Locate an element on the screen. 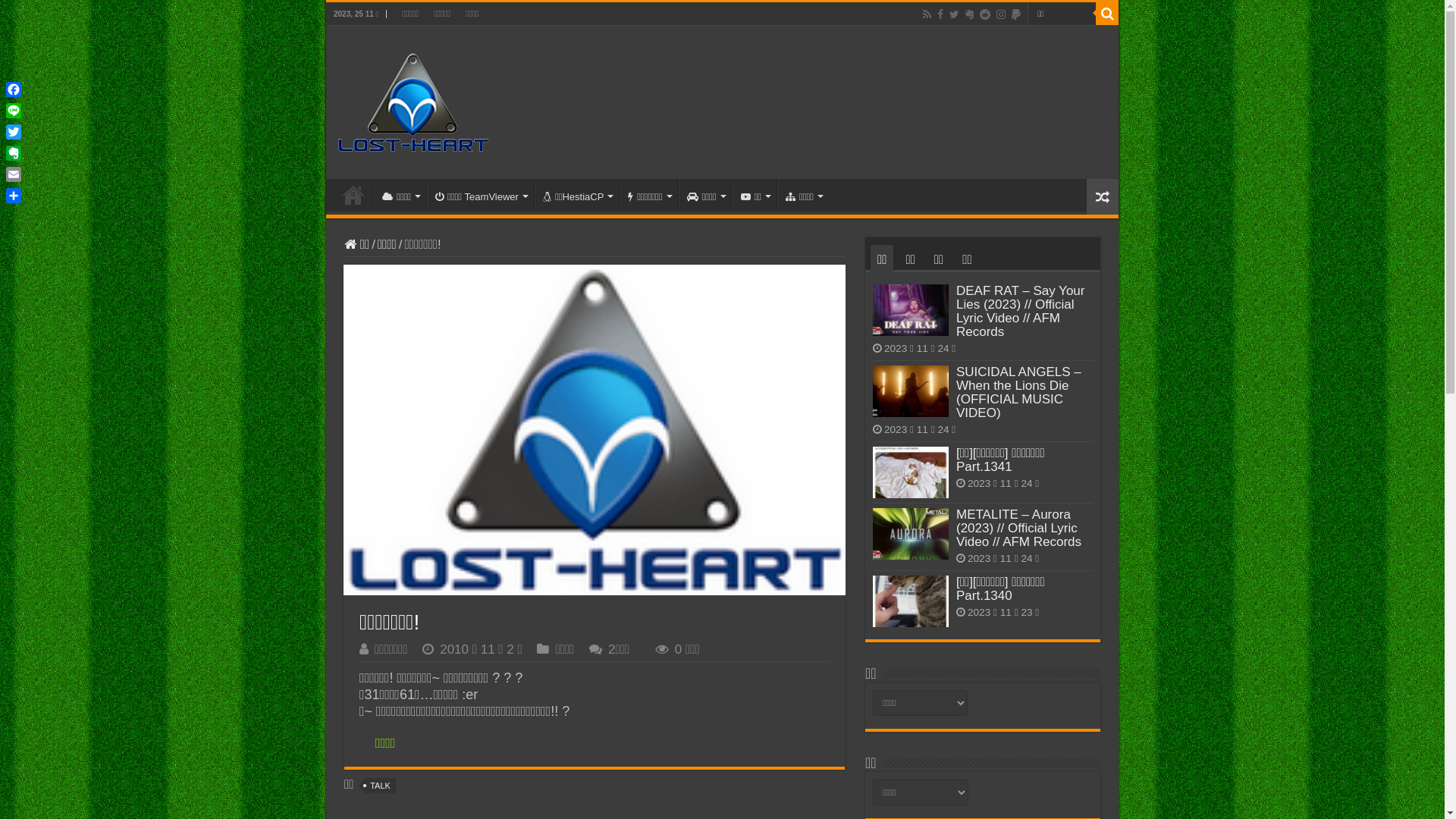  'Evernote' is located at coordinates (968, 14).